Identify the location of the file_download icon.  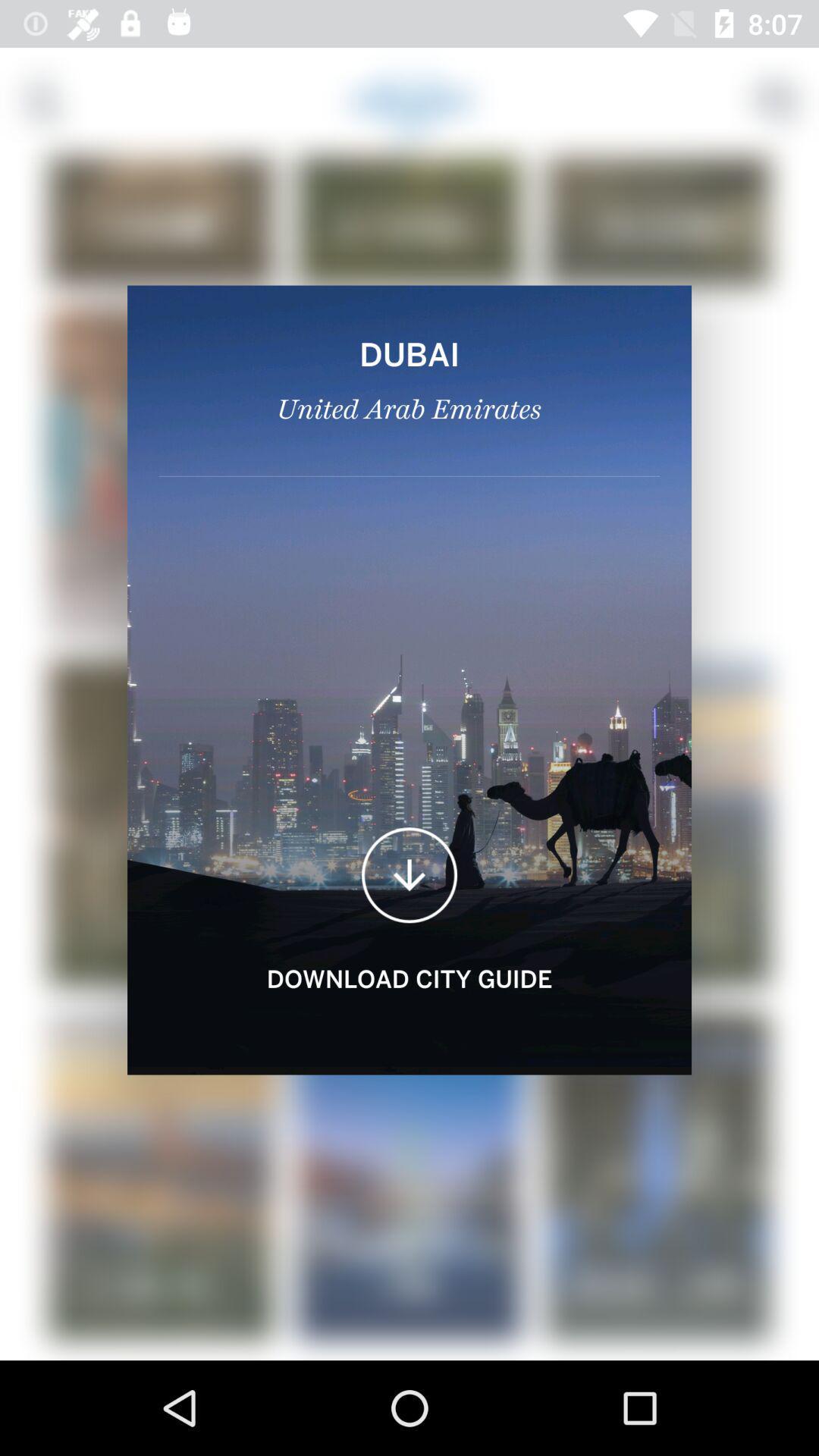
(409, 875).